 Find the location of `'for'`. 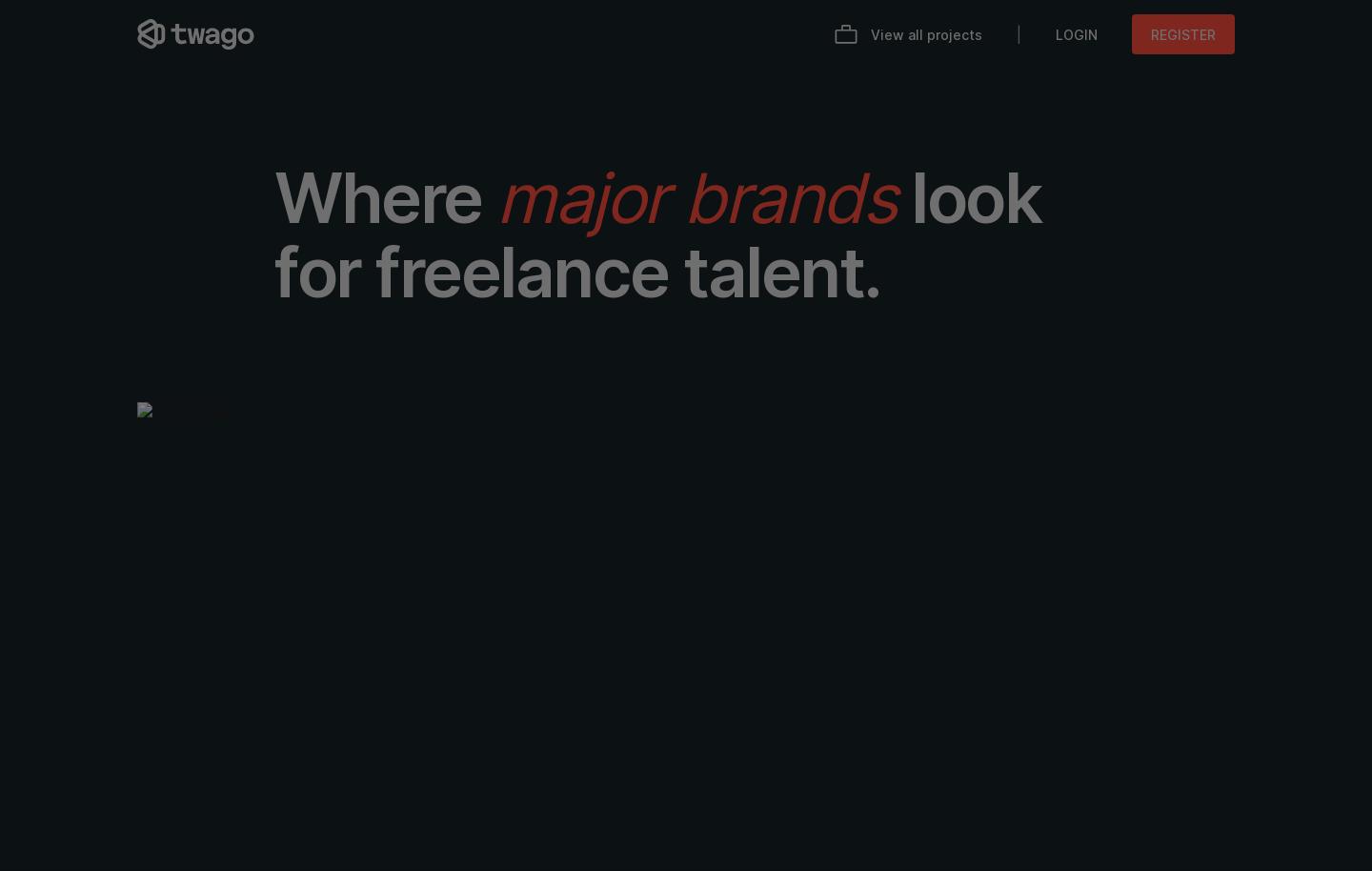

'for' is located at coordinates (317, 272).